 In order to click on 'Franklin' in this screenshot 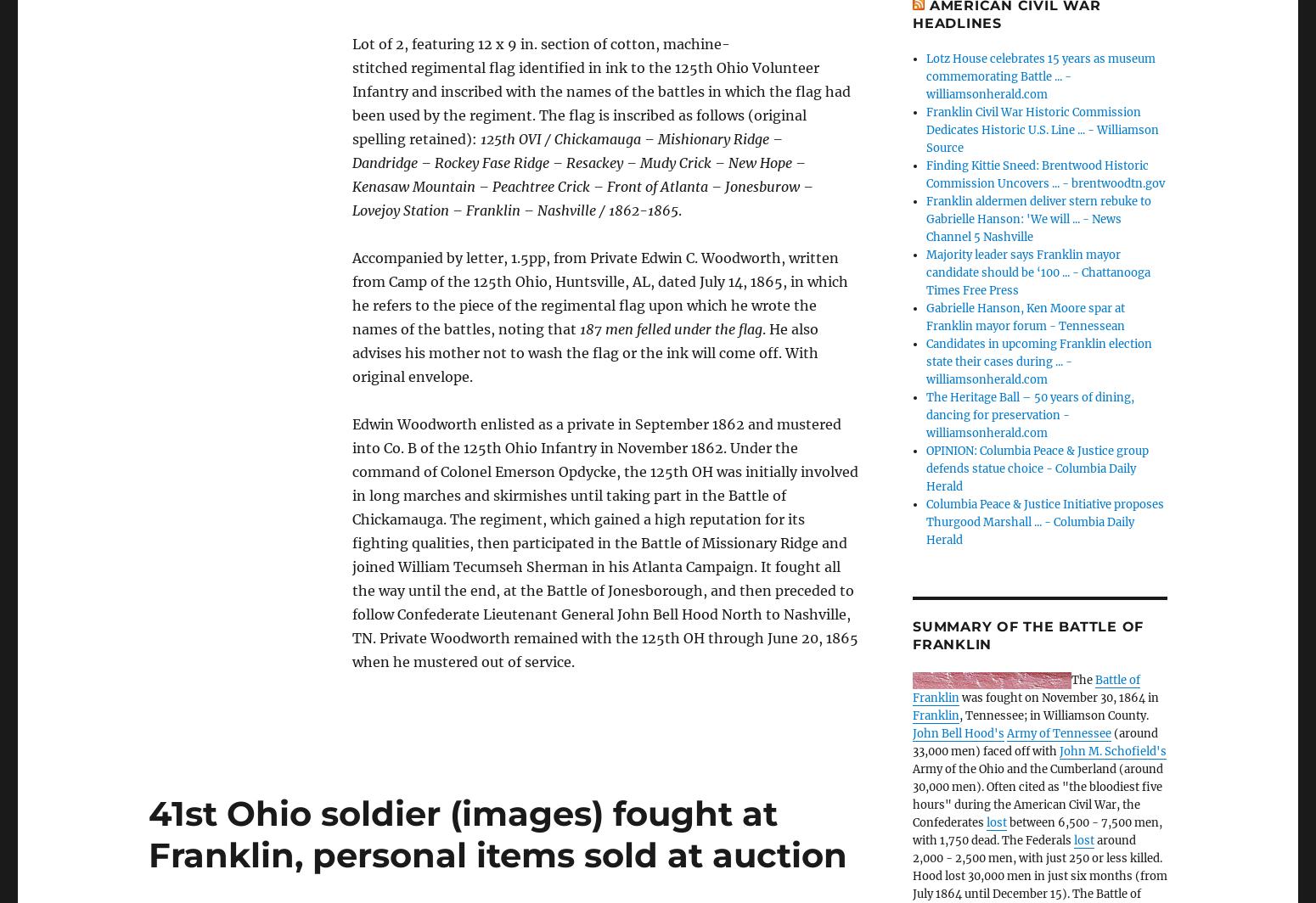, I will do `click(935, 715)`.